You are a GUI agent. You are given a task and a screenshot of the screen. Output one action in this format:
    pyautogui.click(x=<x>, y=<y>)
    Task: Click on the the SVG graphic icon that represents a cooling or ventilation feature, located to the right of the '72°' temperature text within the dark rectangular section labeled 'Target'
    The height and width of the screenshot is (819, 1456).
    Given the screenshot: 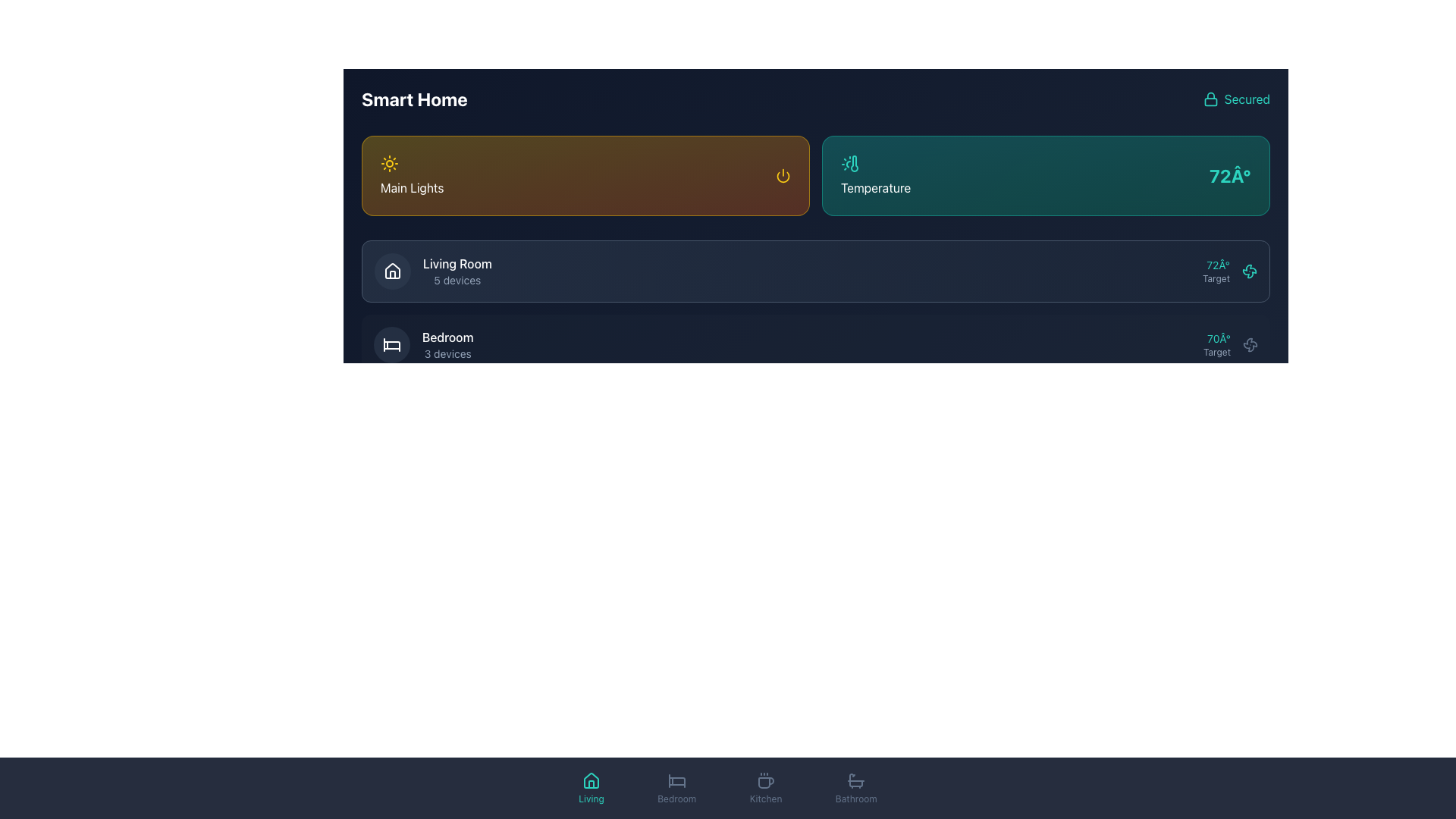 What is the action you would take?
    pyautogui.click(x=1249, y=271)
    